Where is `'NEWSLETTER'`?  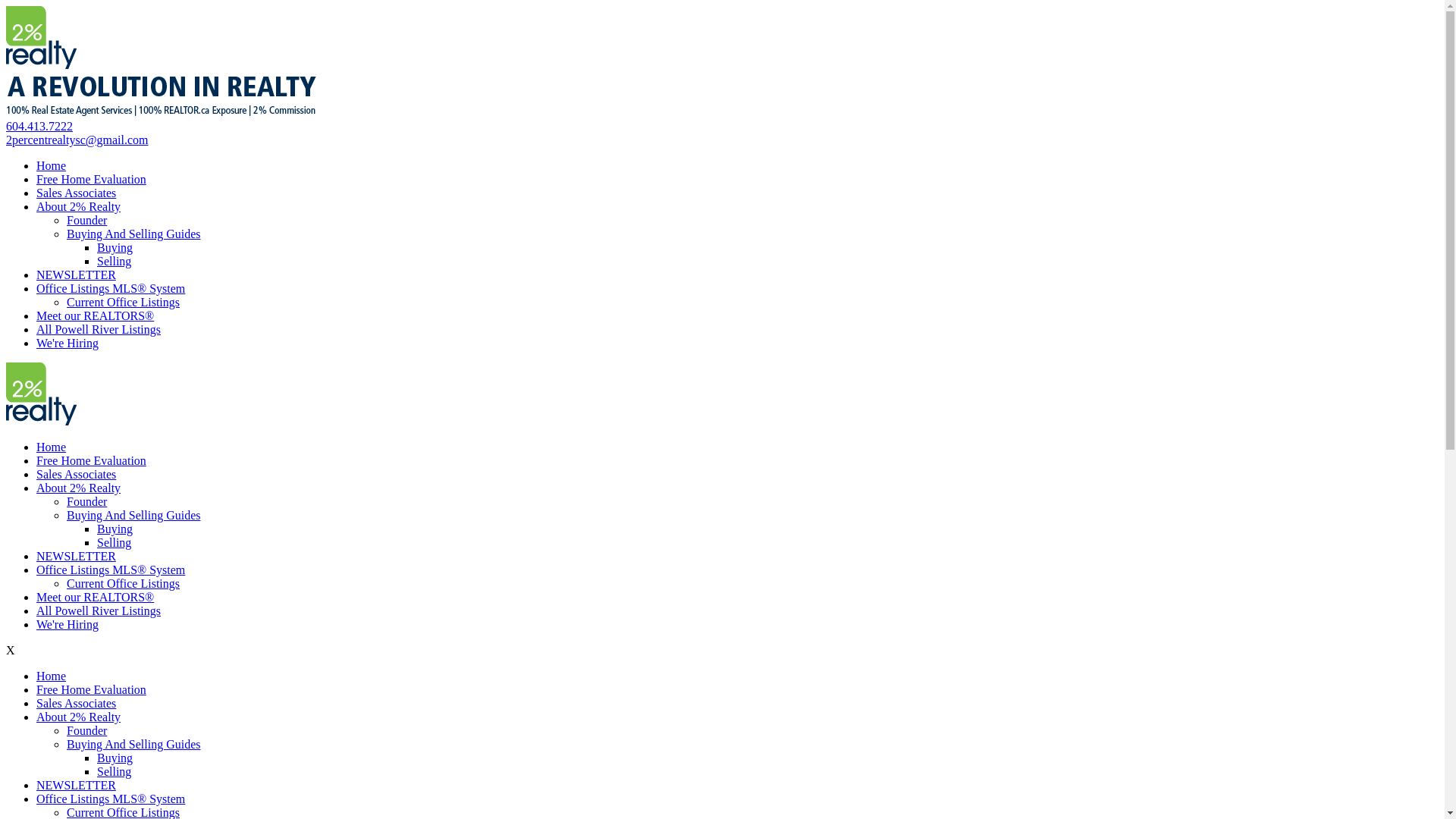
'NEWSLETTER' is located at coordinates (75, 556).